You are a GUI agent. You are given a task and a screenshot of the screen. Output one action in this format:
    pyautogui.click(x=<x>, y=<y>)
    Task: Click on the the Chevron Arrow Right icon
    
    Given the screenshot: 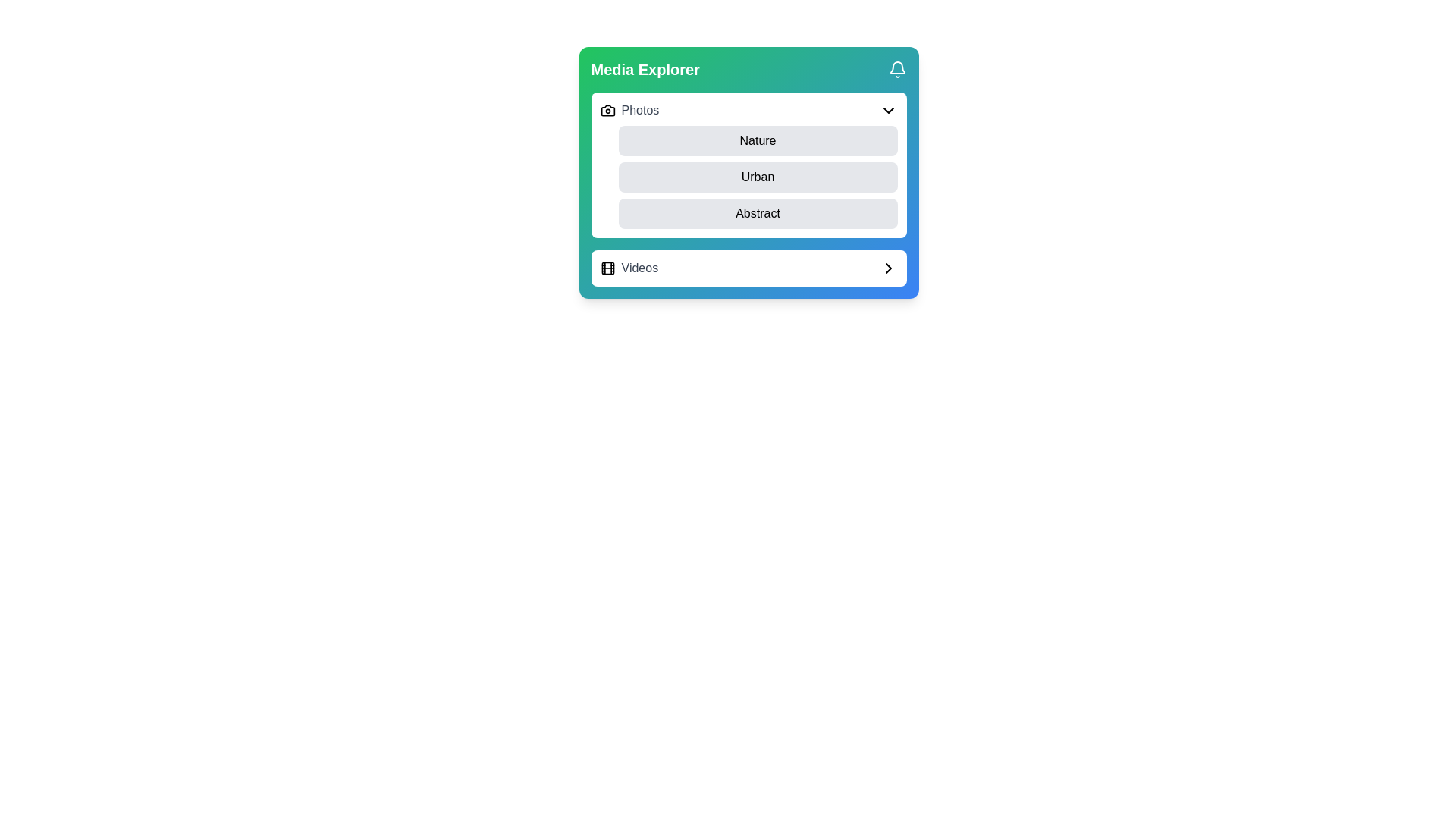 What is the action you would take?
    pyautogui.click(x=888, y=268)
    